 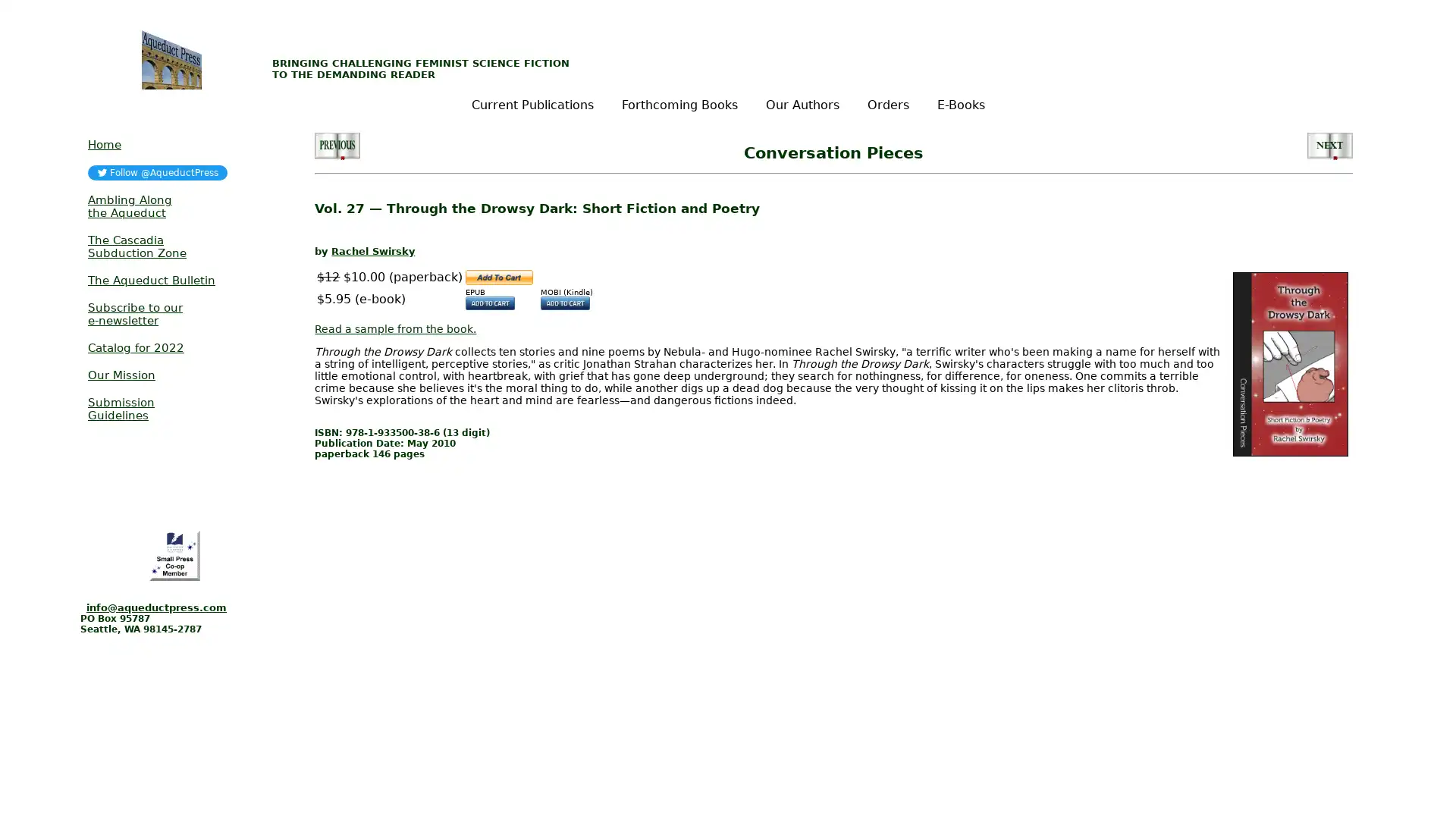 What do you see at coordinates (498, 277) in the screenshot?
I see `Make payments with PayPal - it\'s fast, free and secure!` at bounding box center [498, 277].